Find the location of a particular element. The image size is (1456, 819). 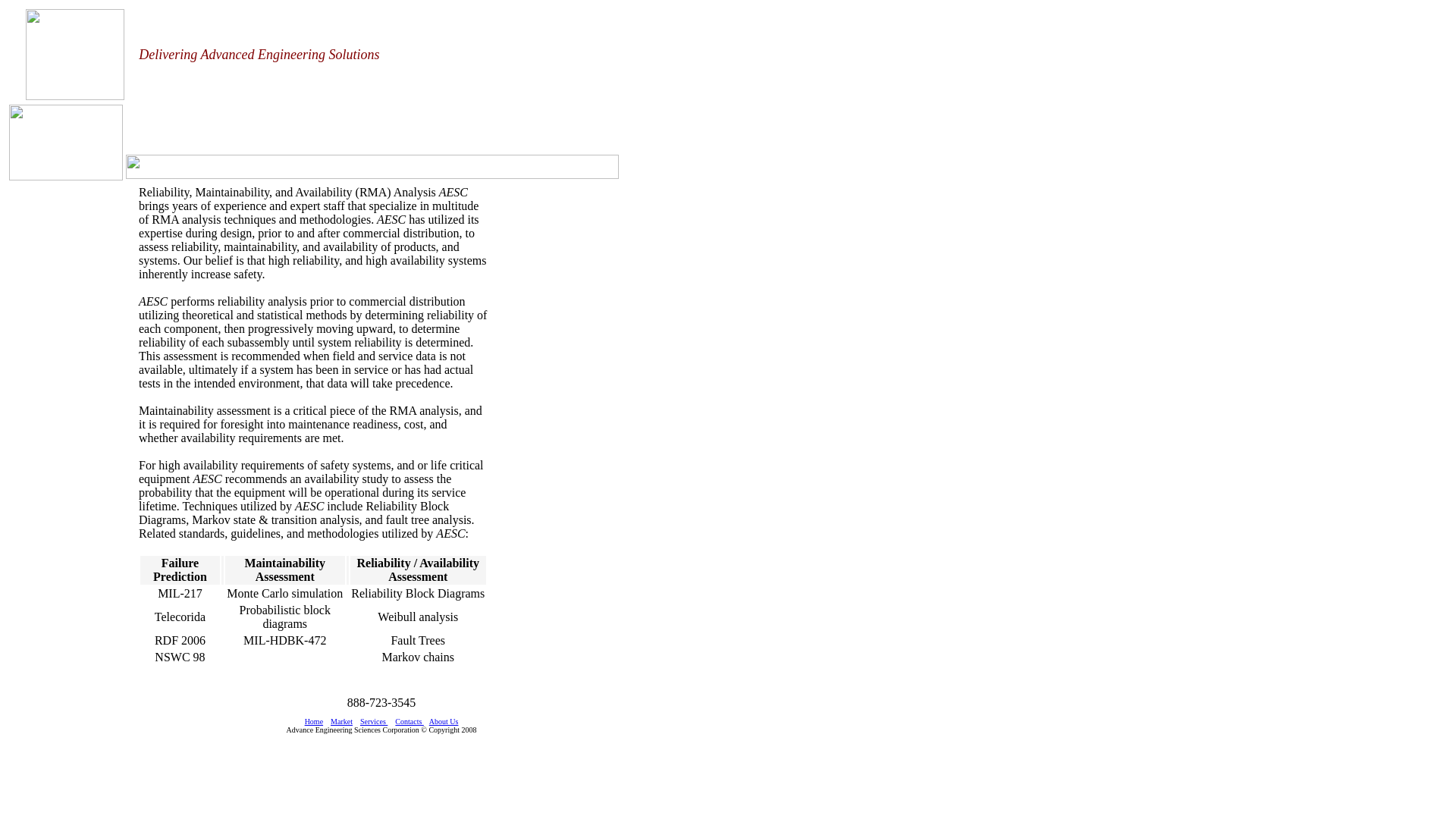

'Market' is located at coordinates (340, 720).